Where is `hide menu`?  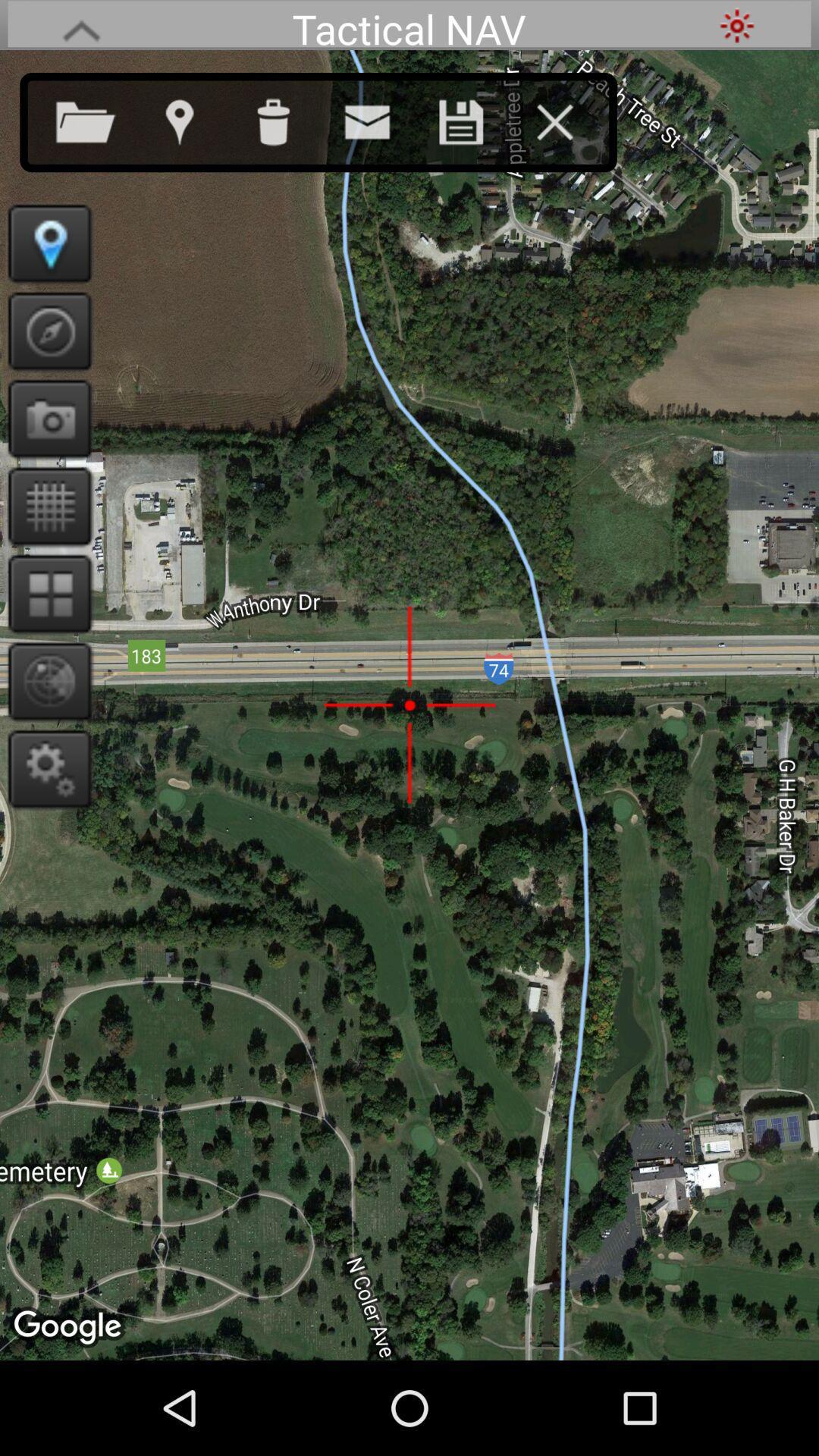 hide menu is located at coordinates (570, 118).